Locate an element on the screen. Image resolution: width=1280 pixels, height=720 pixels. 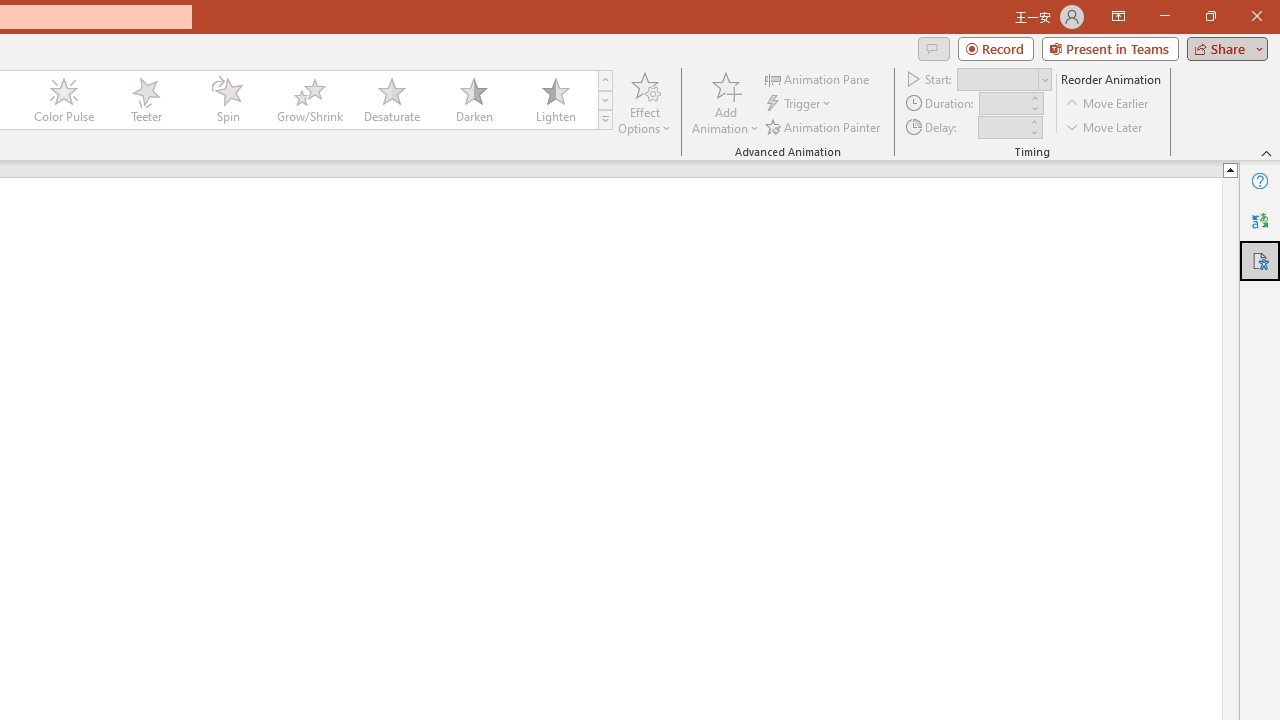
'Move Later' is located at coordinates (1104, 127).